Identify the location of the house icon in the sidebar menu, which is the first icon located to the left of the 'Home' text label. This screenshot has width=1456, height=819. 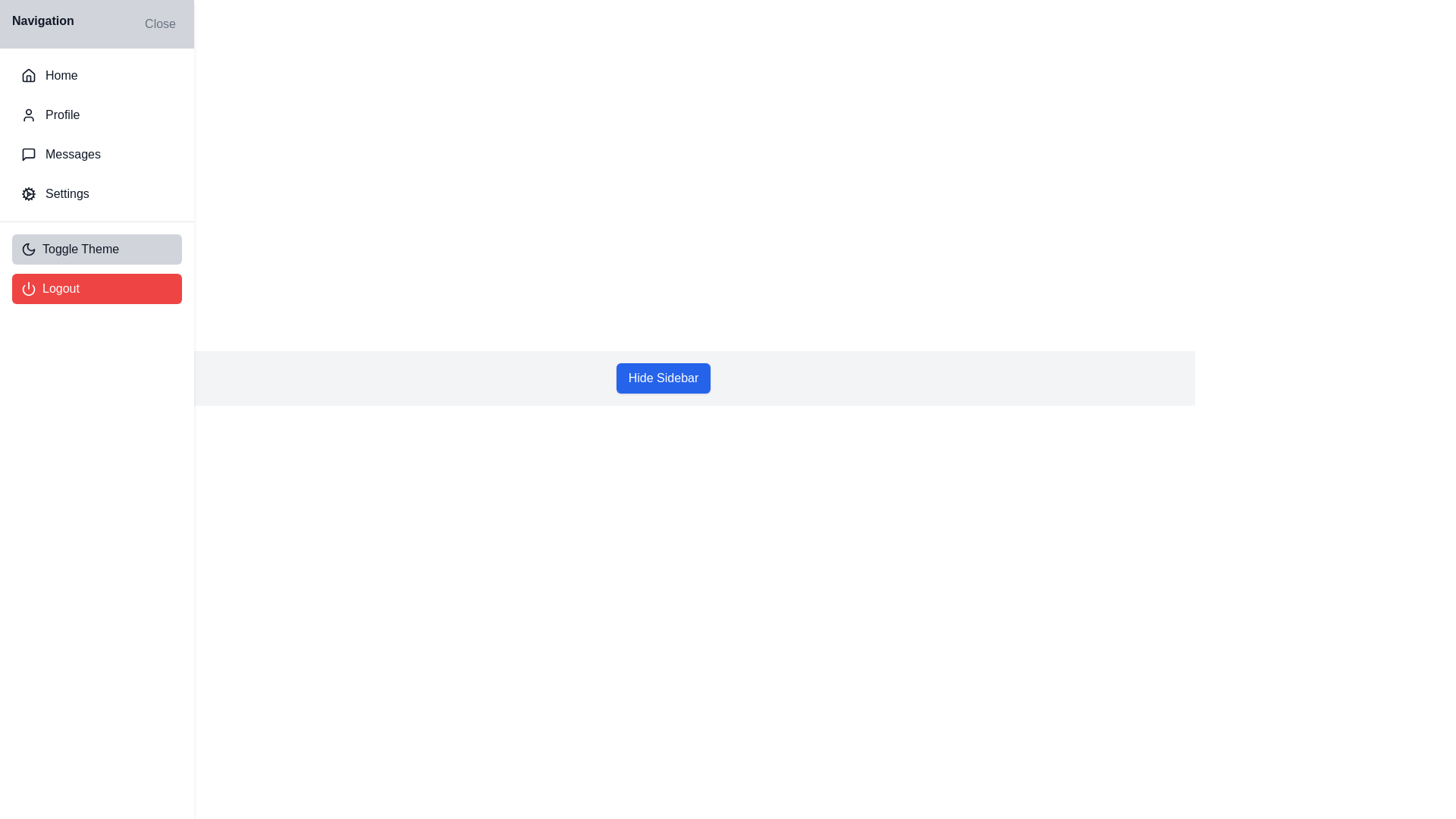
(29, 76).